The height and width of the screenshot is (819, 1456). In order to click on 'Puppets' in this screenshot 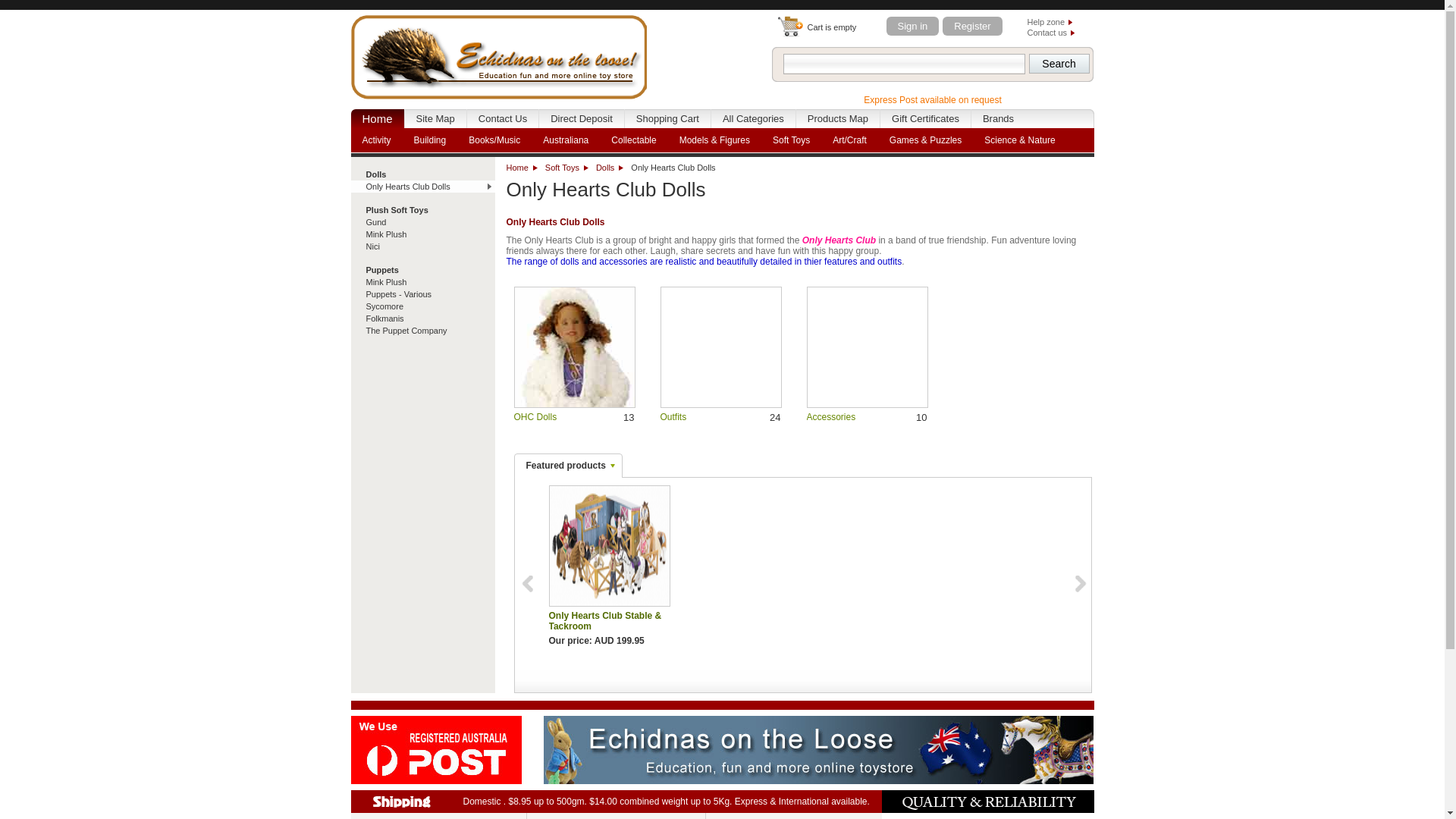, I will do `click(422, 268)`.